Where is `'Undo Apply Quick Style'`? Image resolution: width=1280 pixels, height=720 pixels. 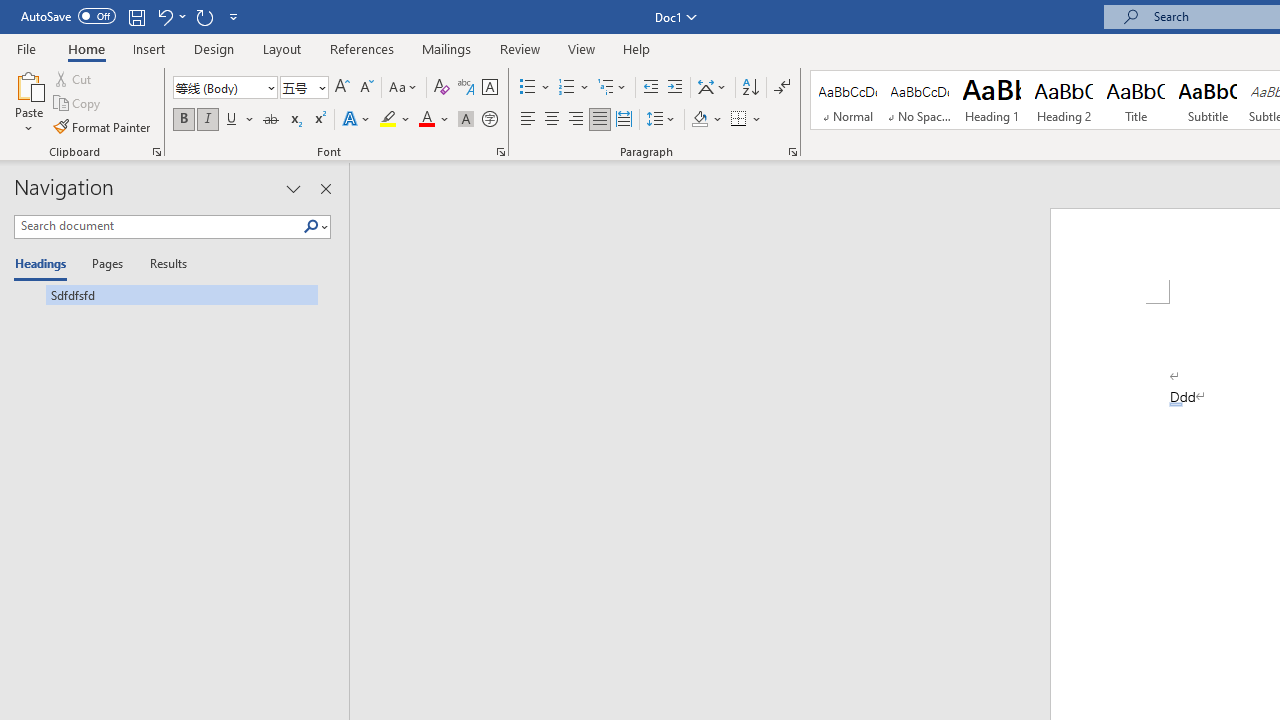 'Undo Apply Quick Style' is located at coordinates (164, 16).